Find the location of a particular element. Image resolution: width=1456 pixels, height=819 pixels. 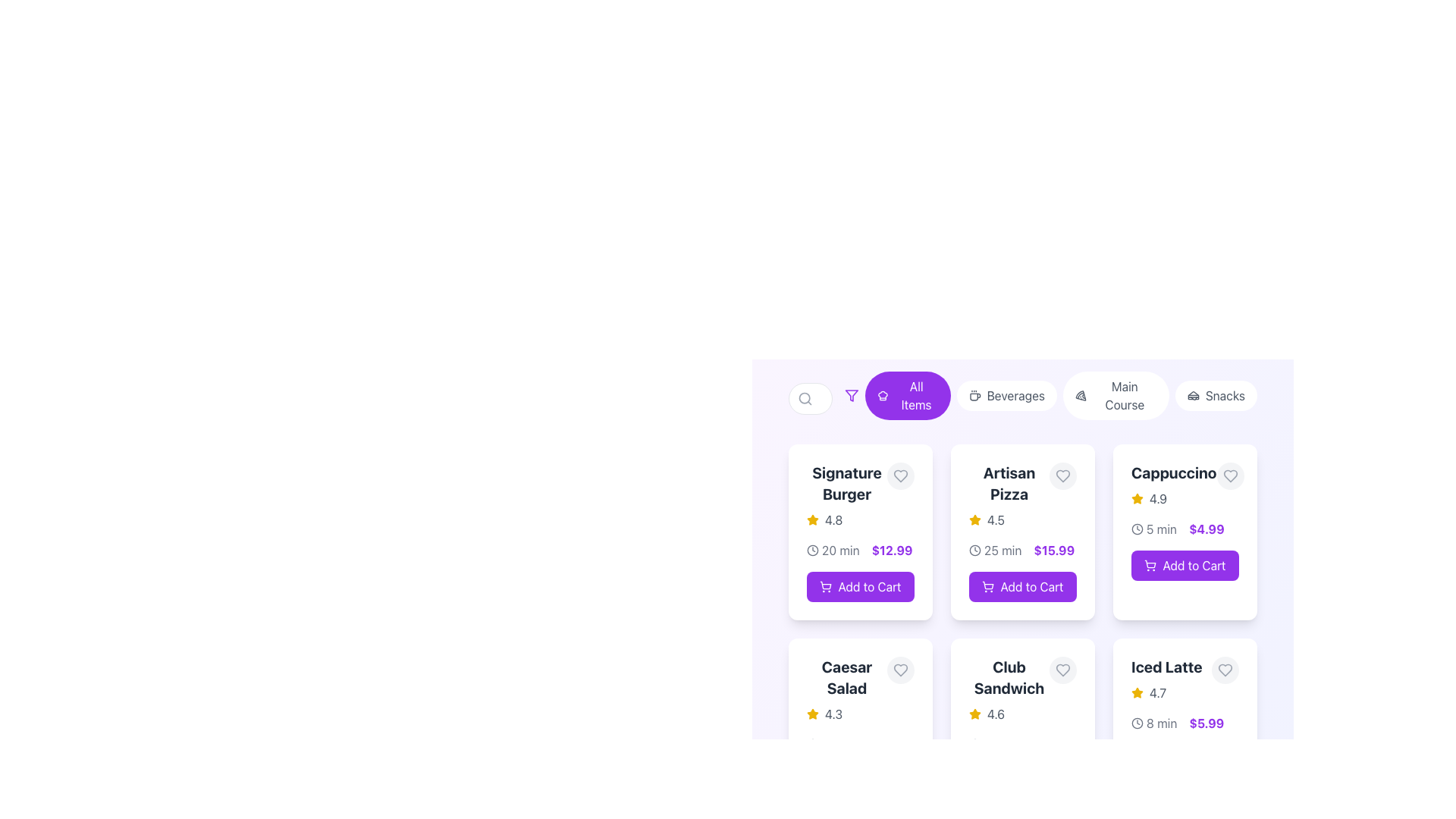

the 'Snacks' button, which is a rounded button with a sandwich icon on the left and gray text is located at coordinates (1216, 394).